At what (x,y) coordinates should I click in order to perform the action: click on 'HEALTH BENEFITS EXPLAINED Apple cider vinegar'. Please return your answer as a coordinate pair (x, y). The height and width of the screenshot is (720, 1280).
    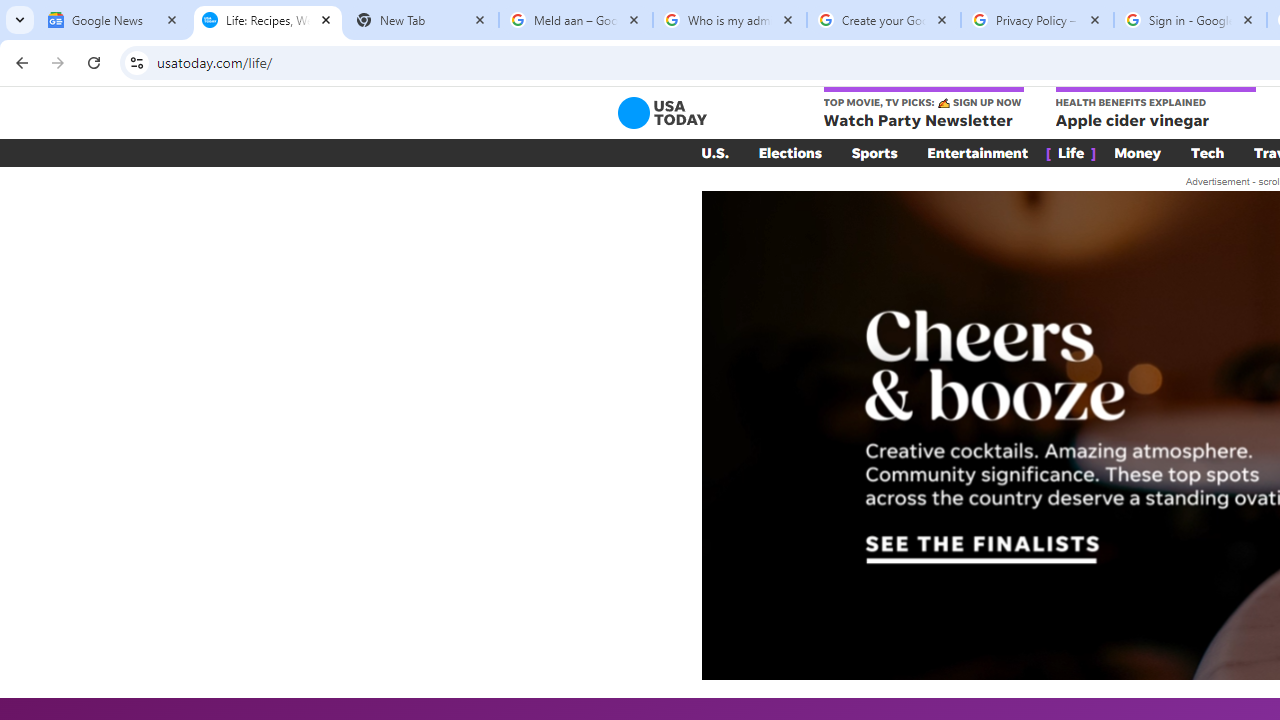
    Looking at the image, I should click on (1155, 109).